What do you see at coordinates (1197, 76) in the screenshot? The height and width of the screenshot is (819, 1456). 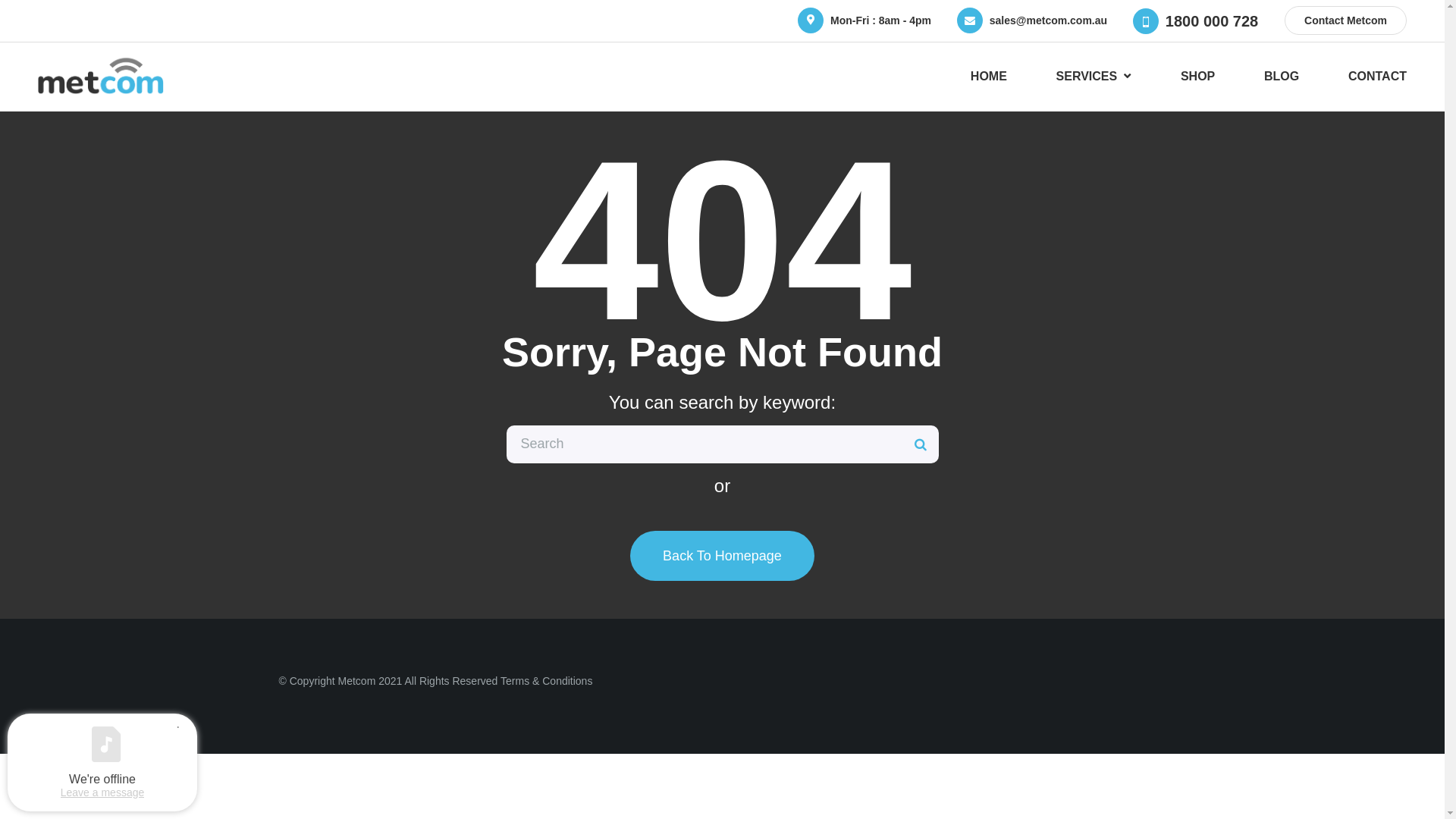 I see `'SHOP'` at bounding box center [1197, 76].